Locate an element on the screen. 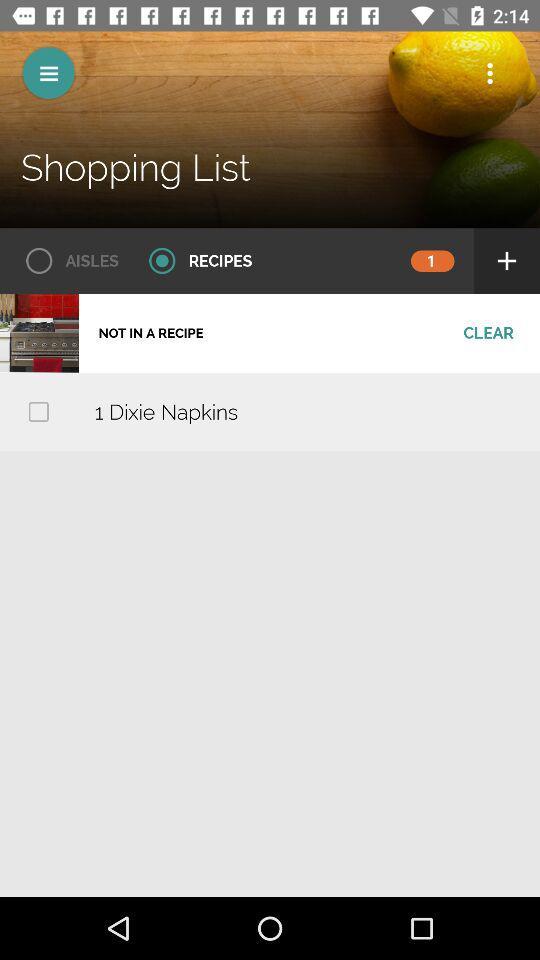 This screenshot has height=960, width=540. menu is located at coordinates (48, 73).